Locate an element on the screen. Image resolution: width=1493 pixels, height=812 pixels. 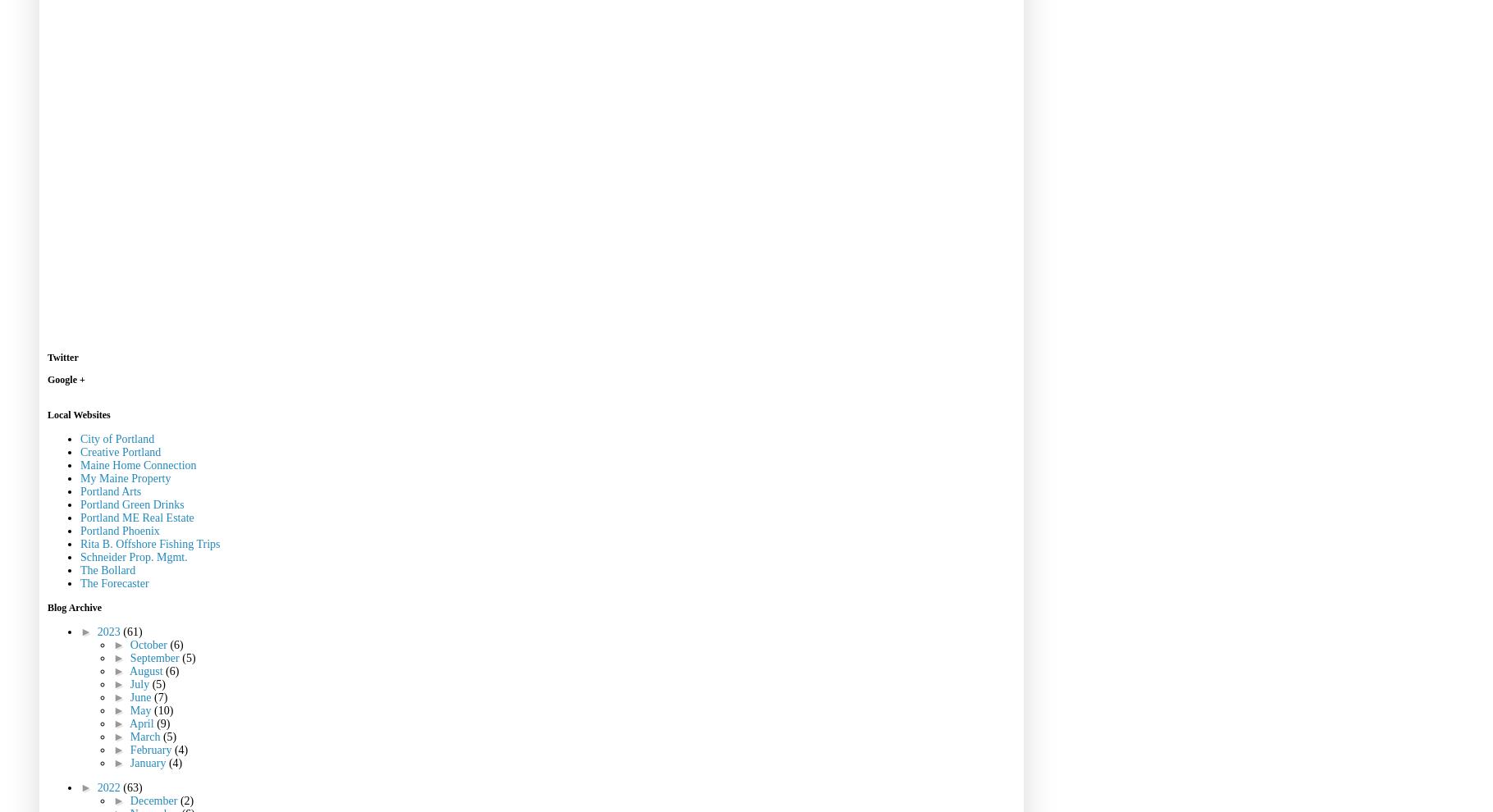
'Schneider Prop. Mgmt.' is located at coordinates (134, 556).